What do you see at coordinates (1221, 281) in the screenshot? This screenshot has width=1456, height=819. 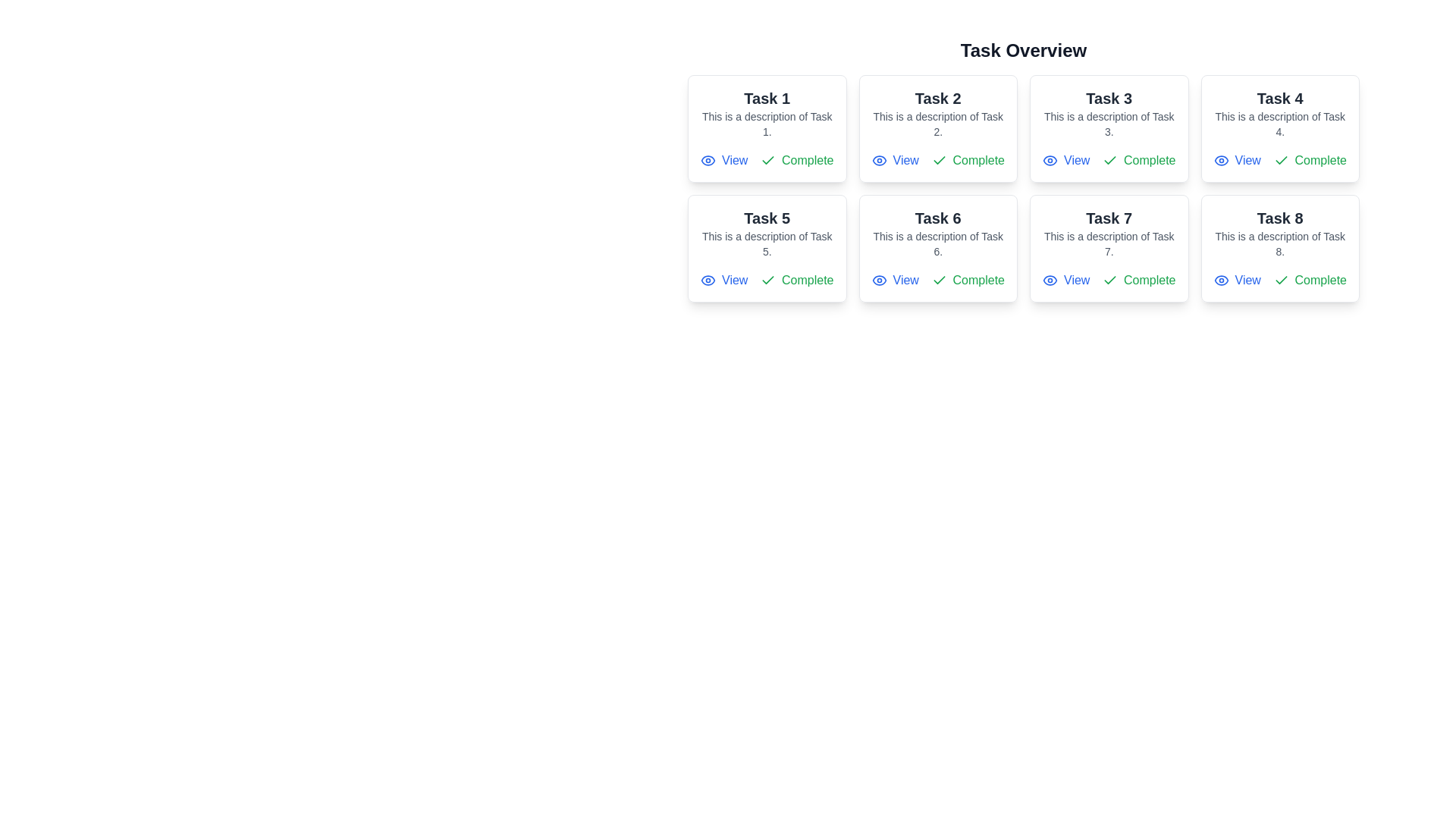 I see `the outer elliptical line segment of the eye icon in the bottom middle row of the task overview grid under 'Task 8'` at bounding box center [1221, 281].